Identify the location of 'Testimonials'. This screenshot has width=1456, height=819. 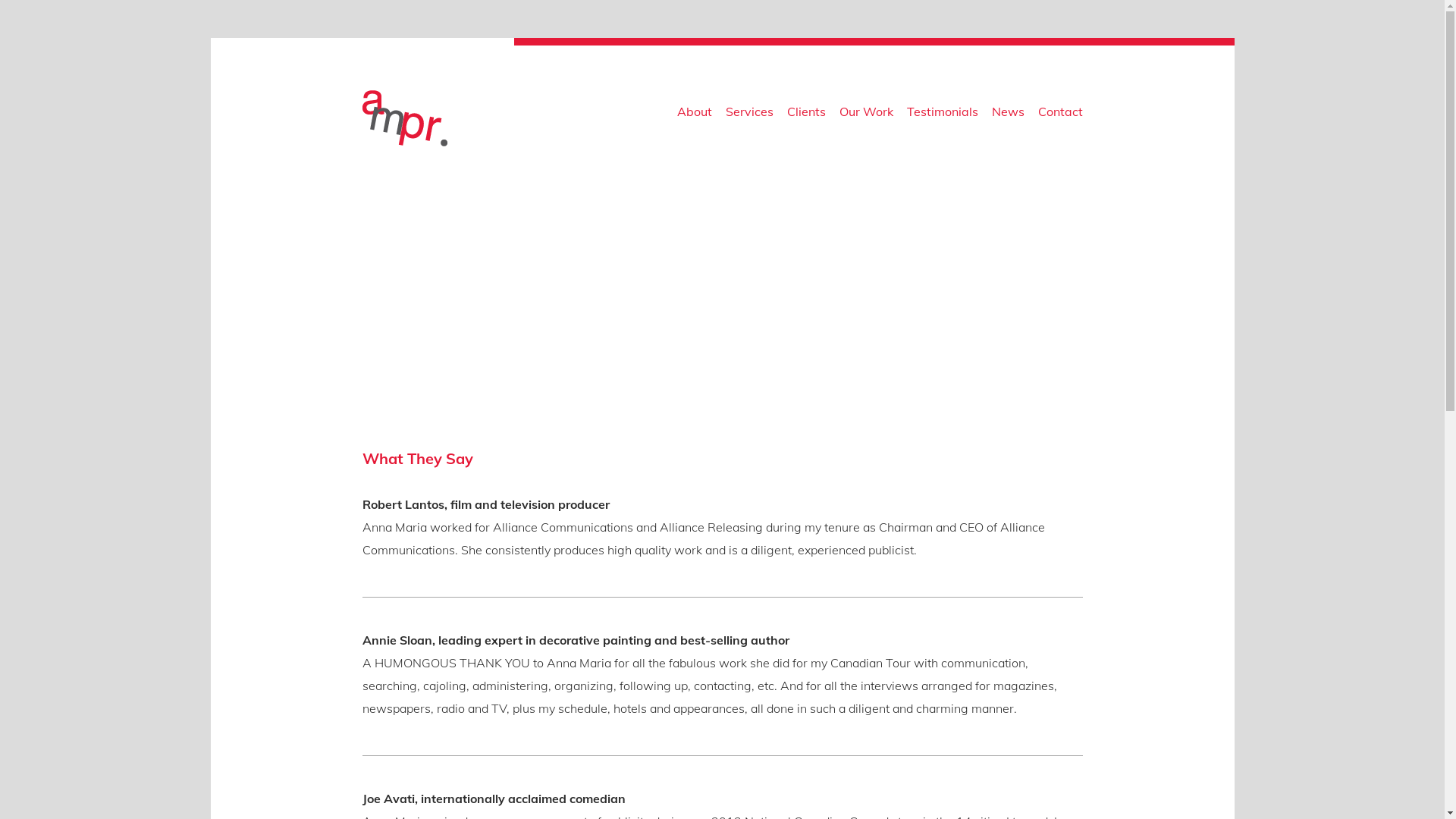
(942, 114).